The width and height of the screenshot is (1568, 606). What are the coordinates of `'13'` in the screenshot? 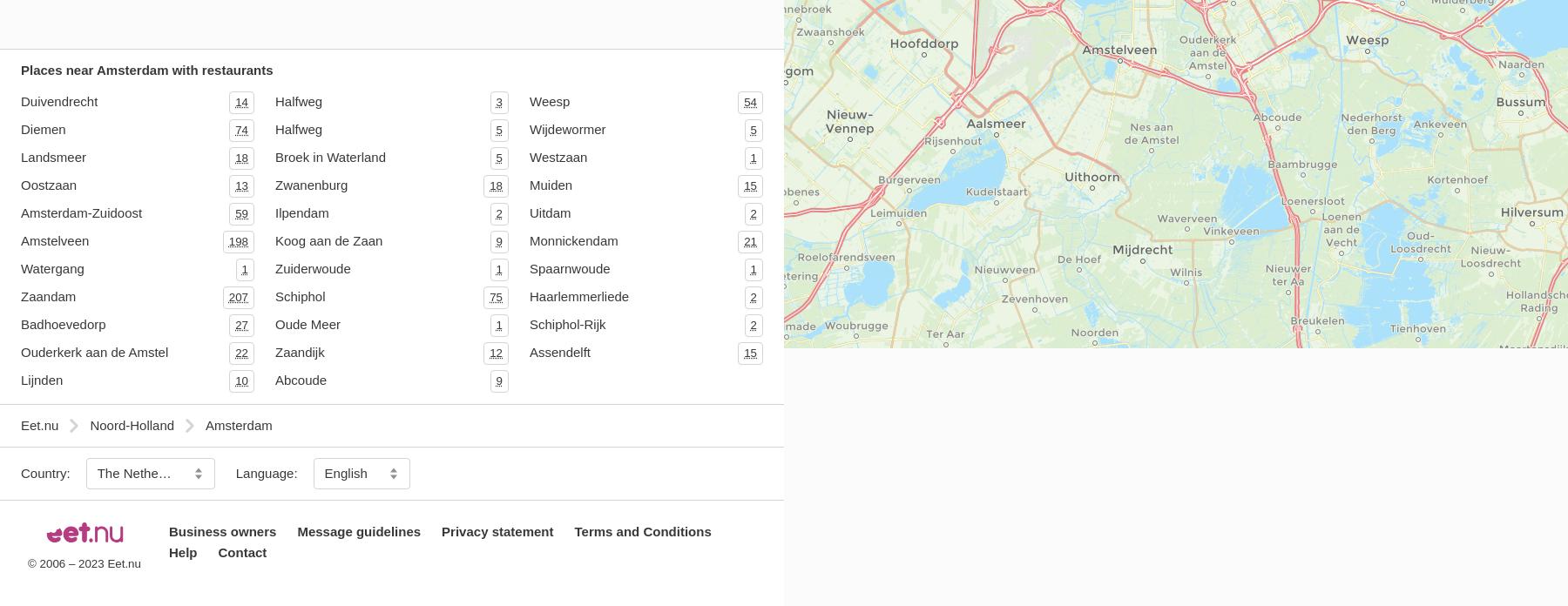 It's located at (240, 185).